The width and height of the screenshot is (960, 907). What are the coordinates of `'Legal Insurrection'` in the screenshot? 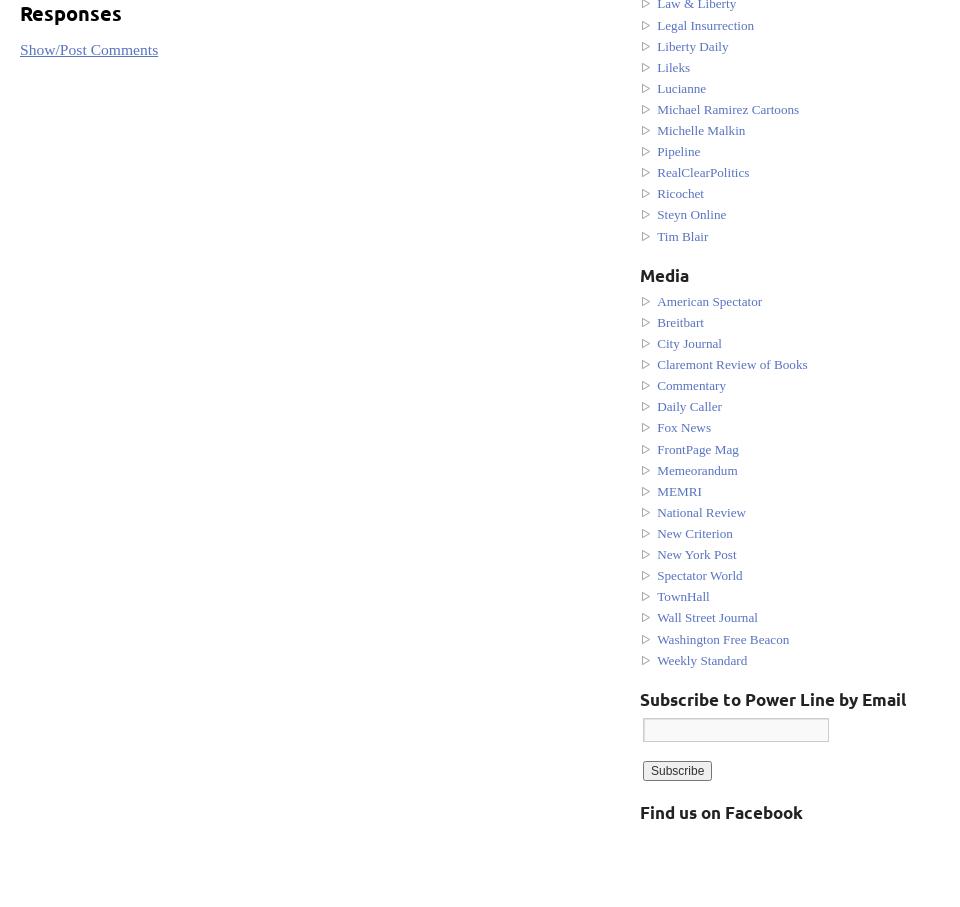 It's located at (705, 23).